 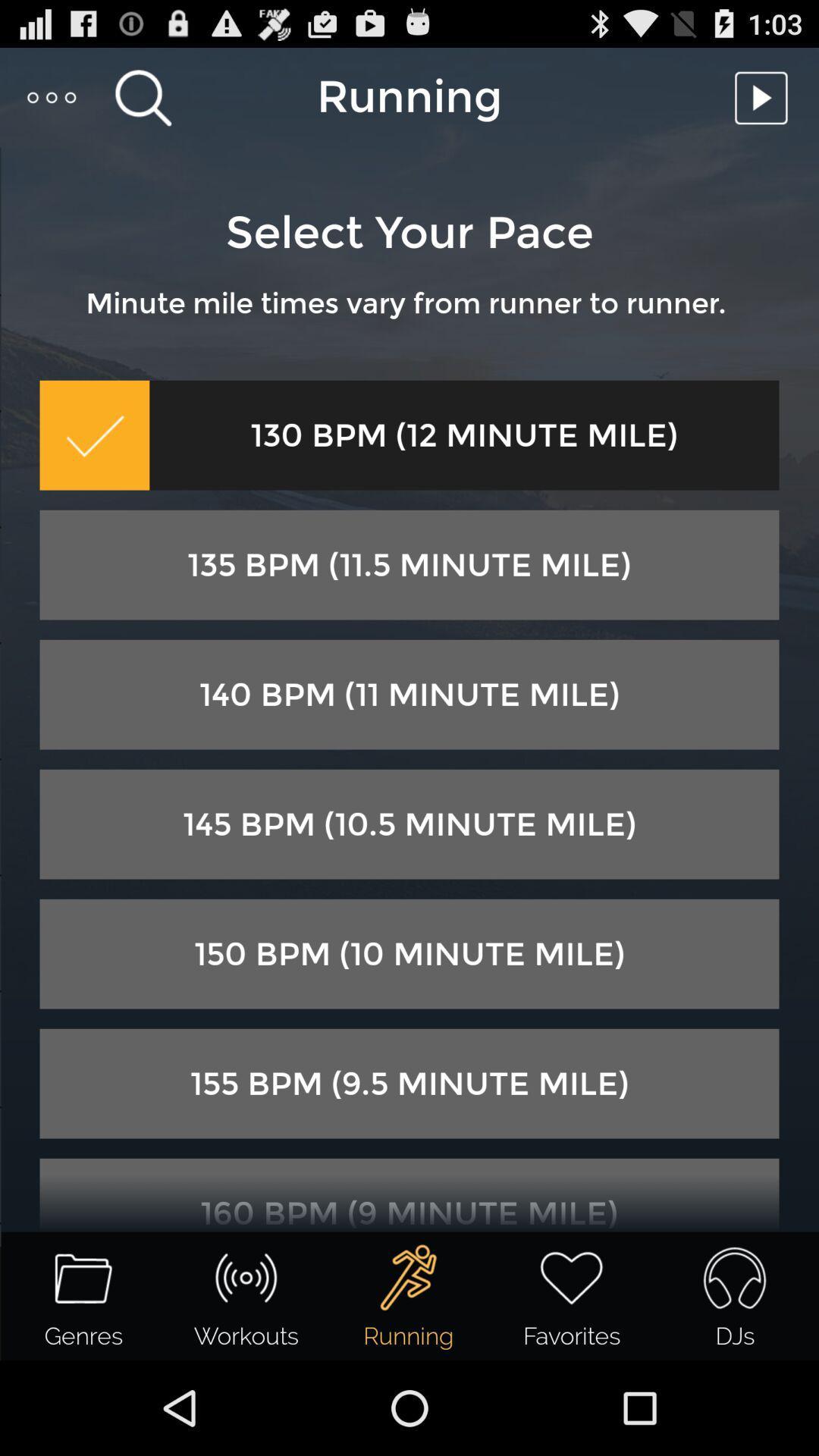 I want to click on the icon below minute mile times item, so click(x=463, y=435).